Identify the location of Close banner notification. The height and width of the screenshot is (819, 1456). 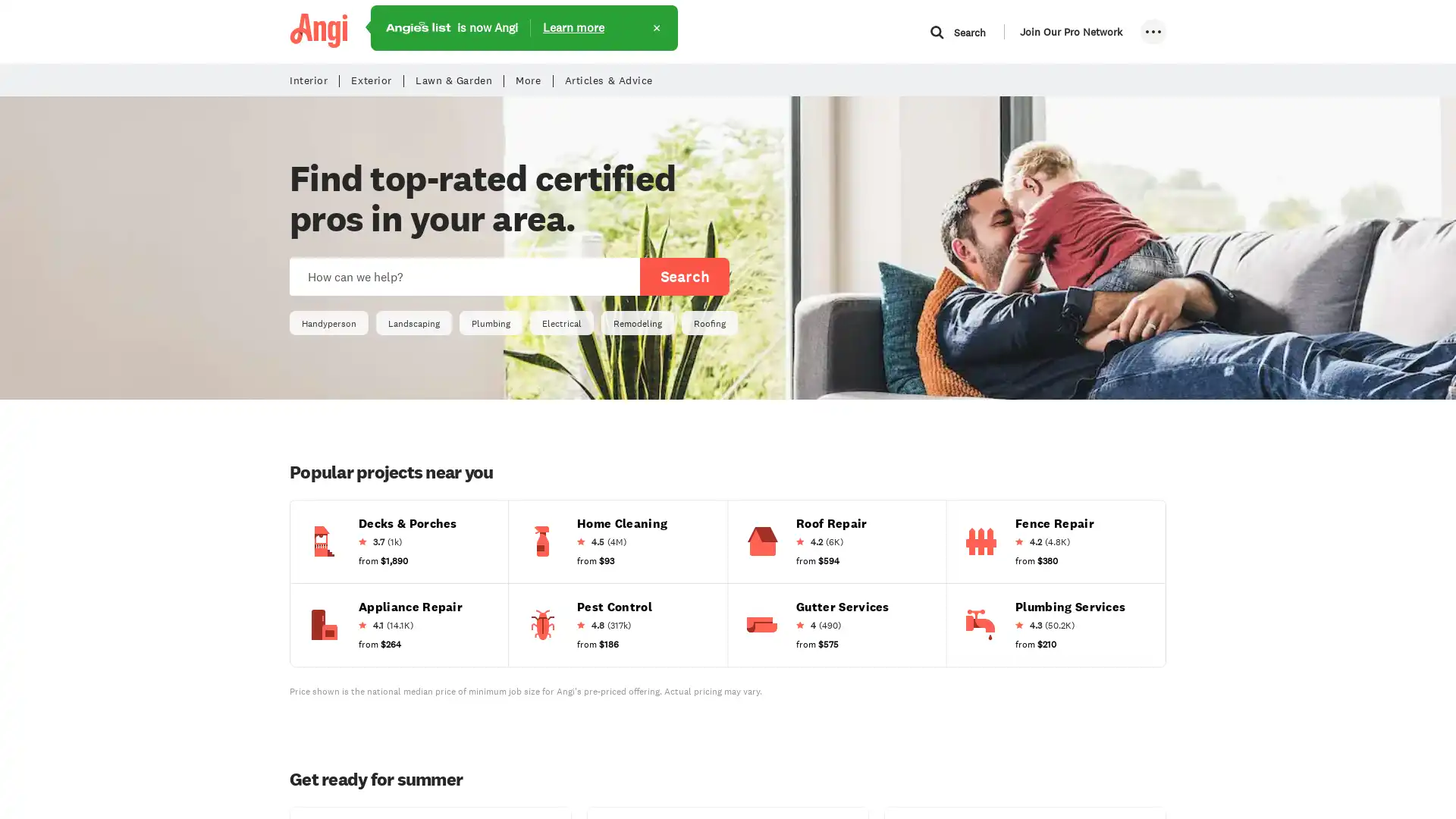
(655, 28).